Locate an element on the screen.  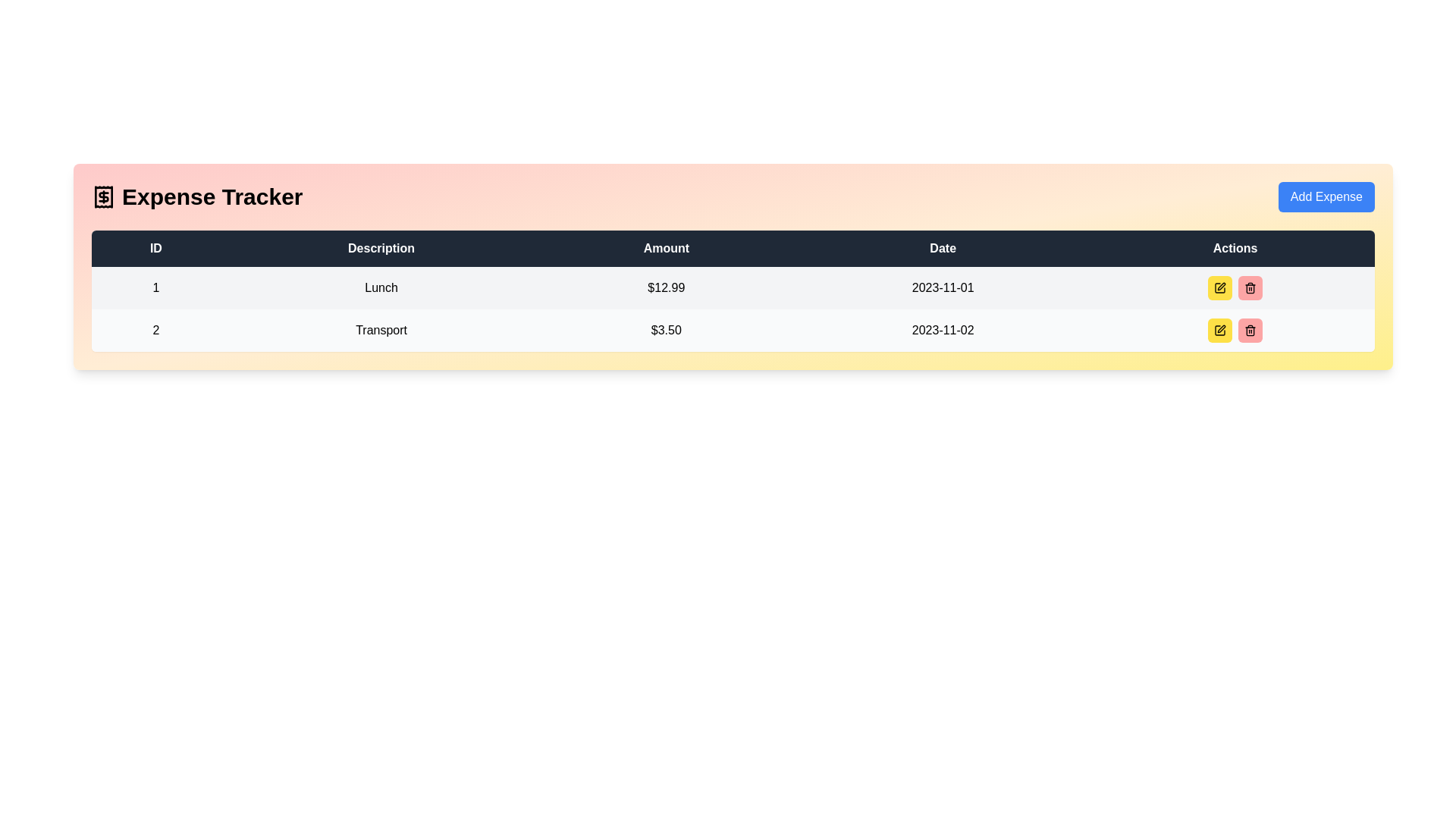
the Text Label serving as the table column header for dates, located in the fourth column between 'Amount' and 'Actions' is located at coordinates (942, 247).